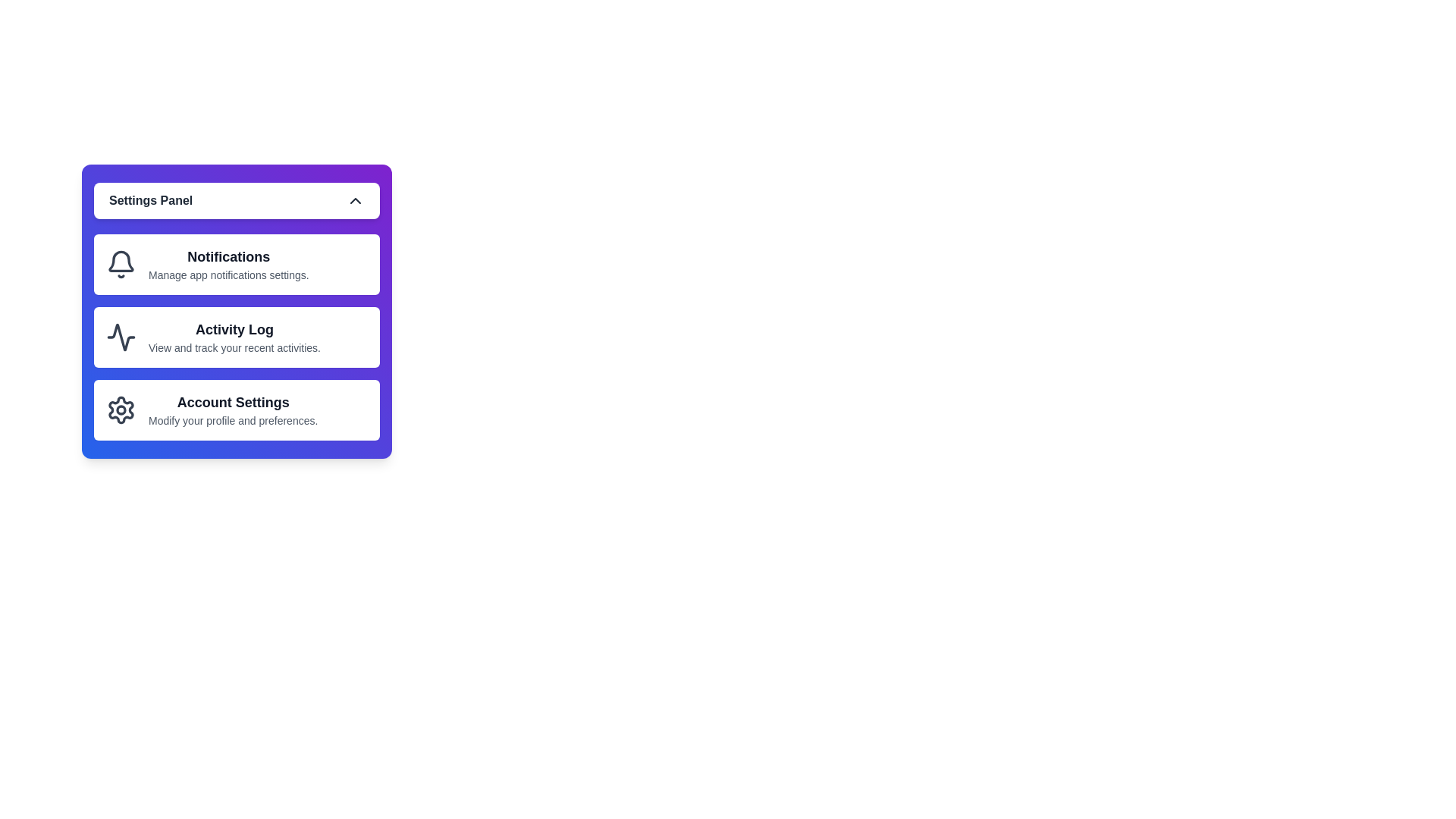  Describe the element at coordinates (236, 263) in the screenshot. I see `the 'Notifications' option in the menu panel` at that location.